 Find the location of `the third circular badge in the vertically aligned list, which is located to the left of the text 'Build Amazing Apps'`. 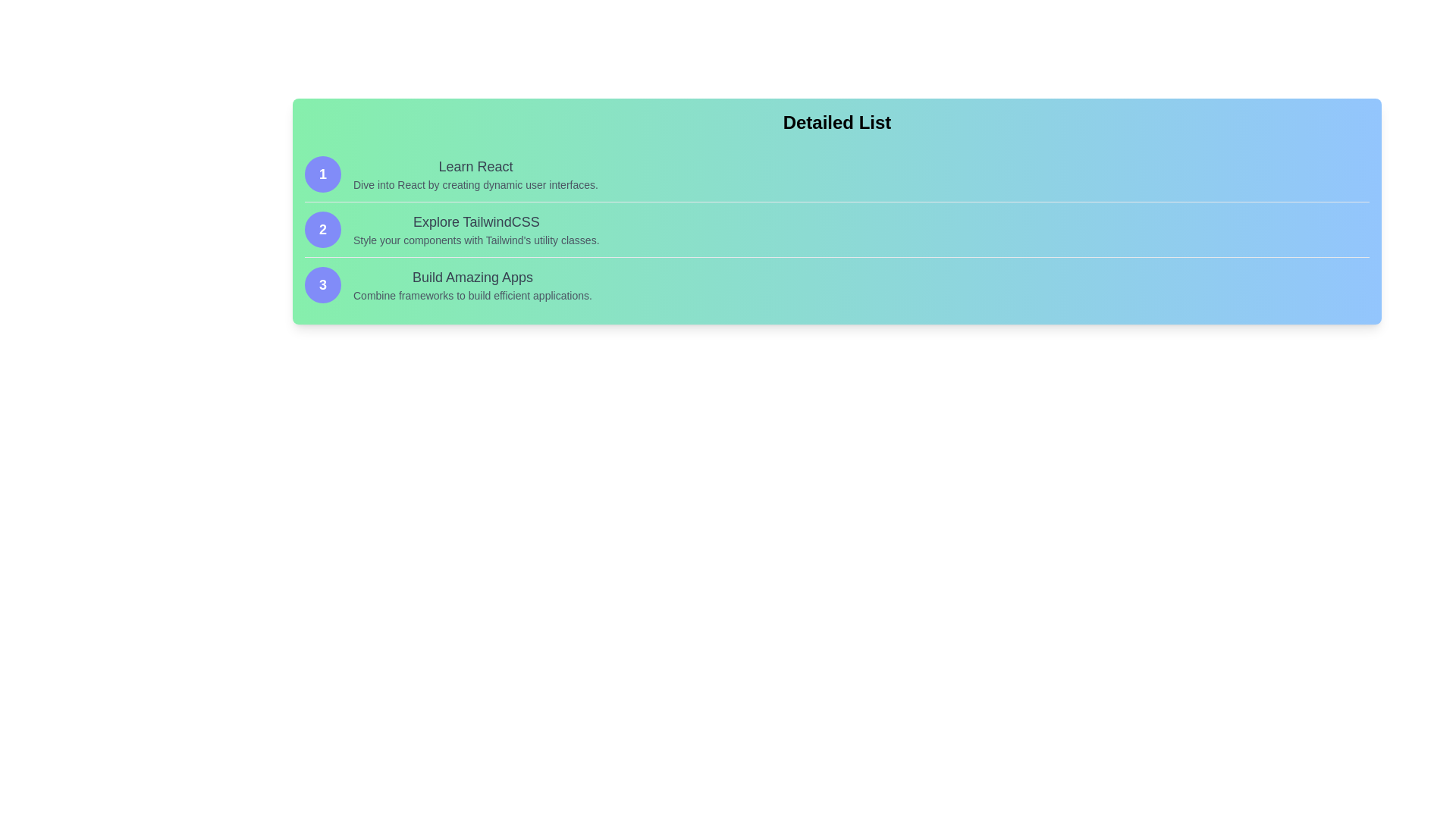

the third circular badge in the vertically aligned list, which is located to the left of the text 'Build Amazing Apps' is located at coordinates (322, 284).